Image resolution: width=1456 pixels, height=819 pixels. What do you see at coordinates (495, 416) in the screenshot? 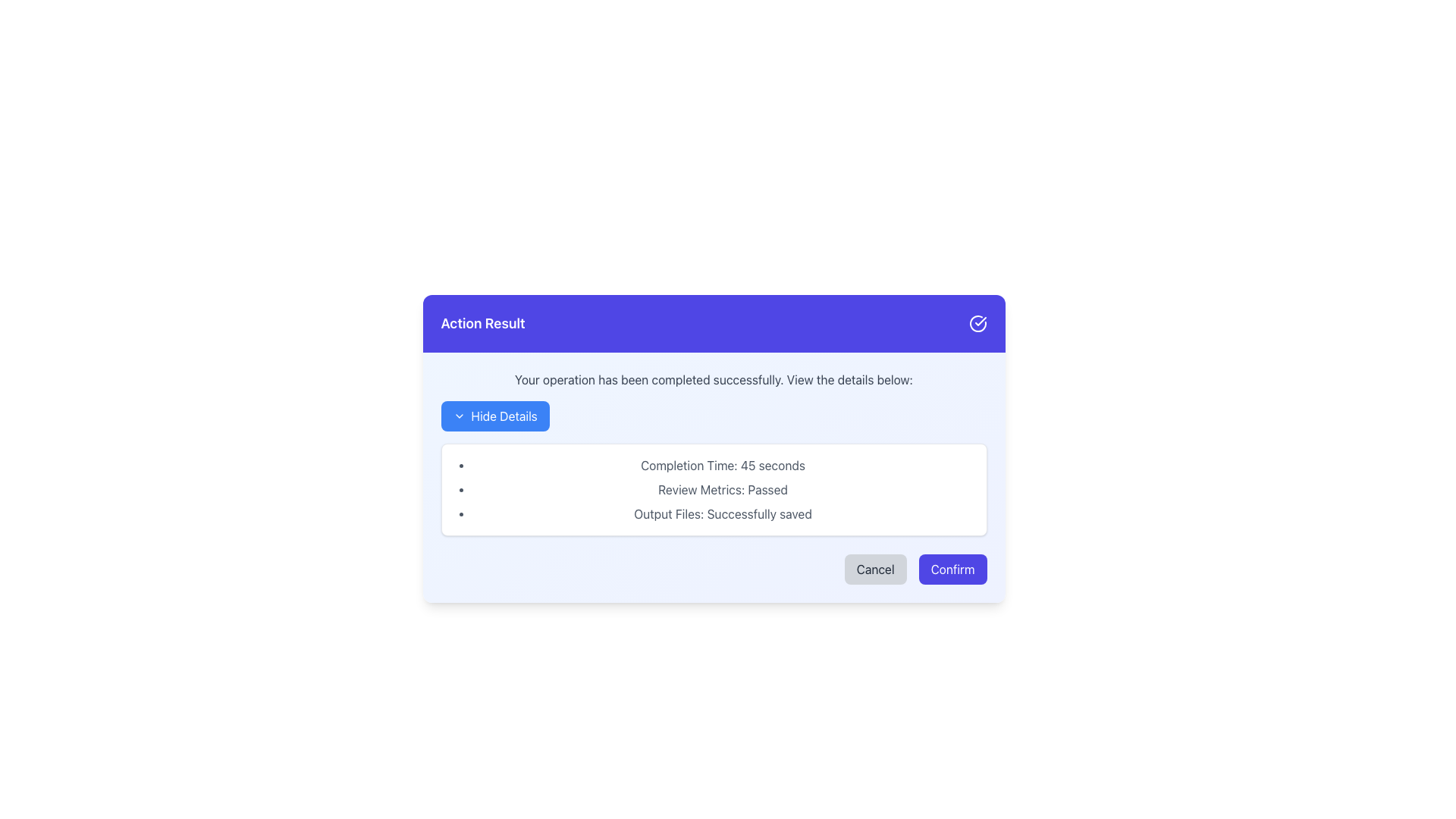
I see `the blue button labeled 'Hide Details' with rounded corners` at bounding box center [495, 416].